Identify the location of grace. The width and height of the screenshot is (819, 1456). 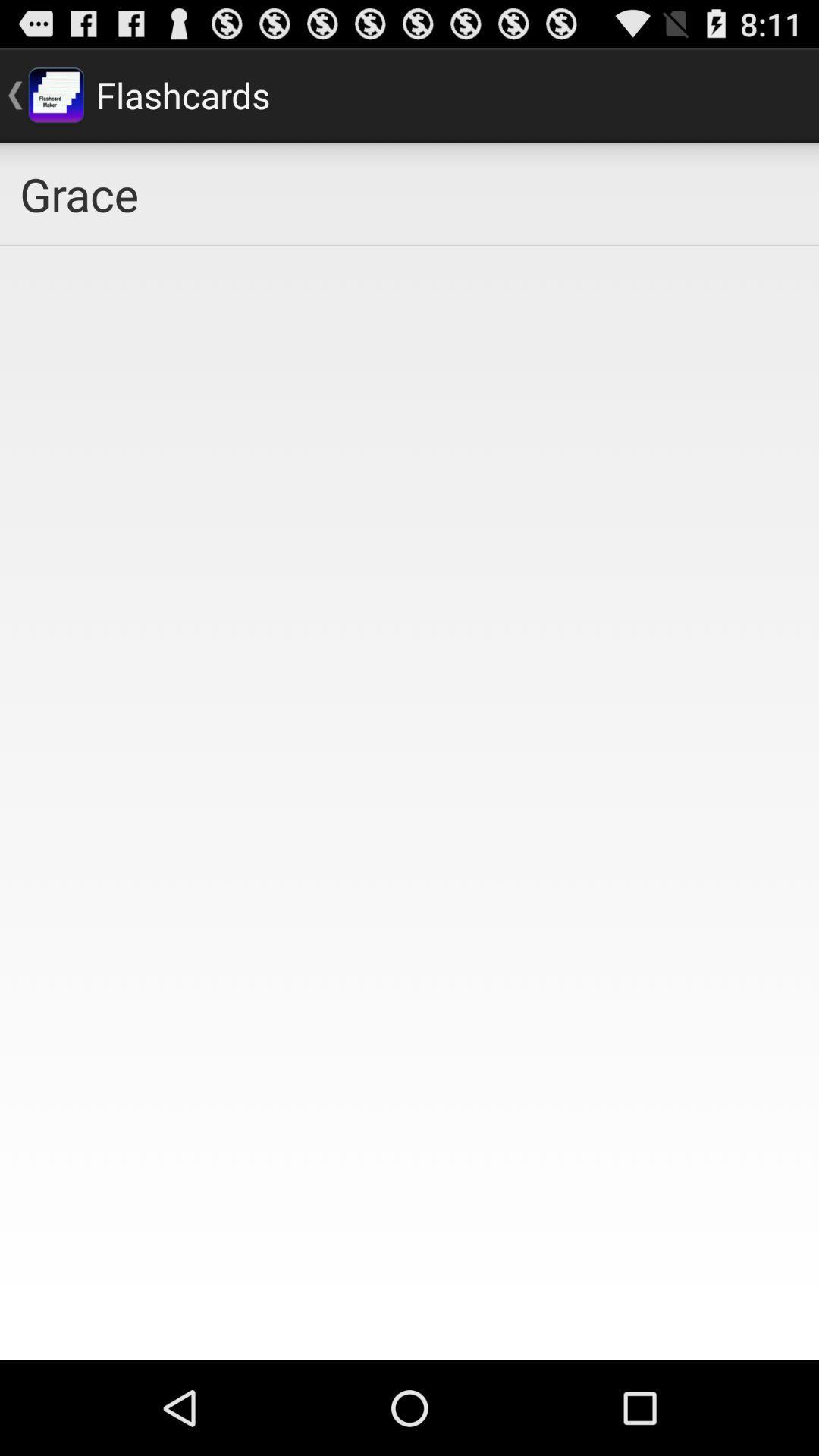
(409, 193).